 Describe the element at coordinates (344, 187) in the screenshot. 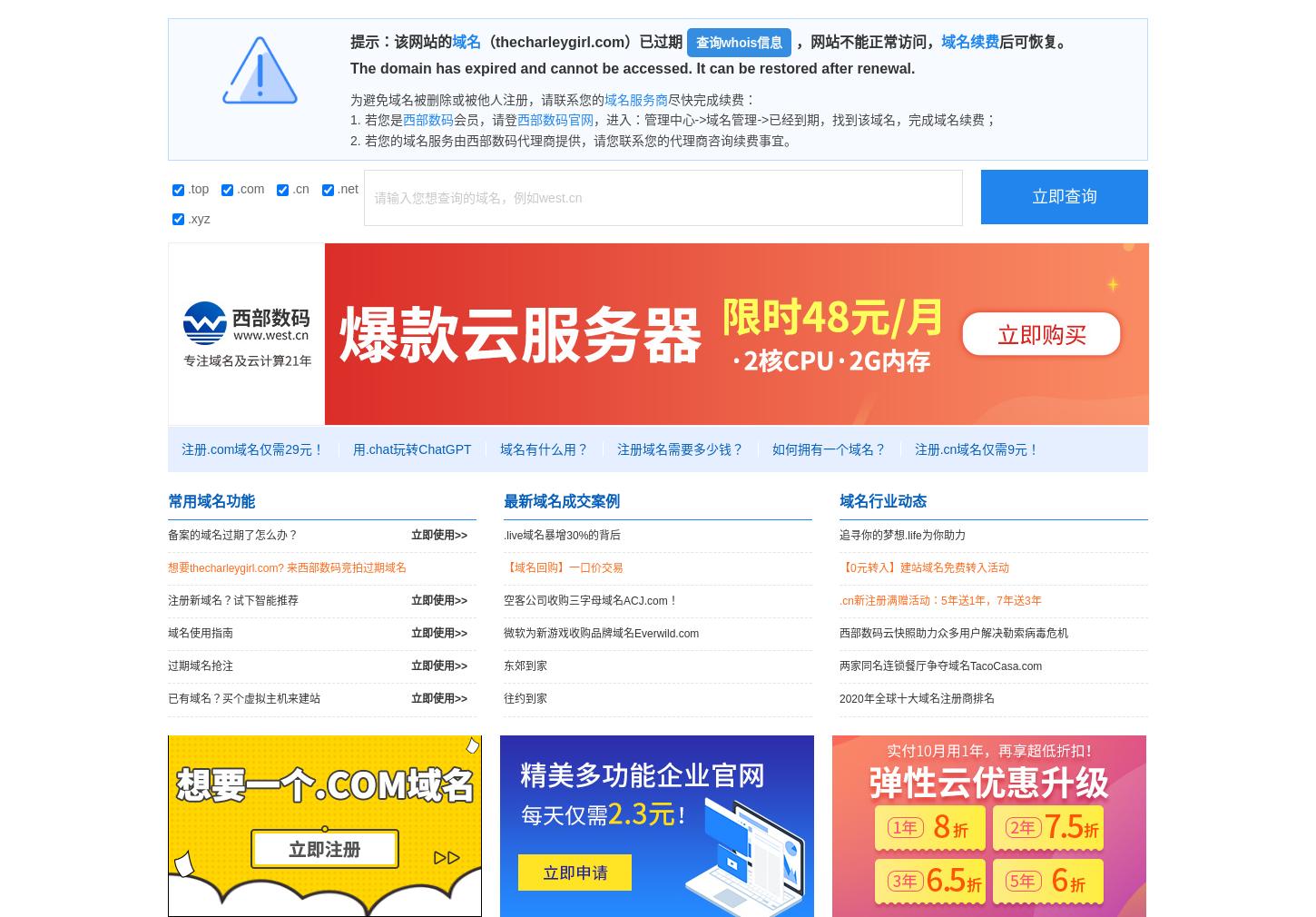

I see `'.net'` at that location.